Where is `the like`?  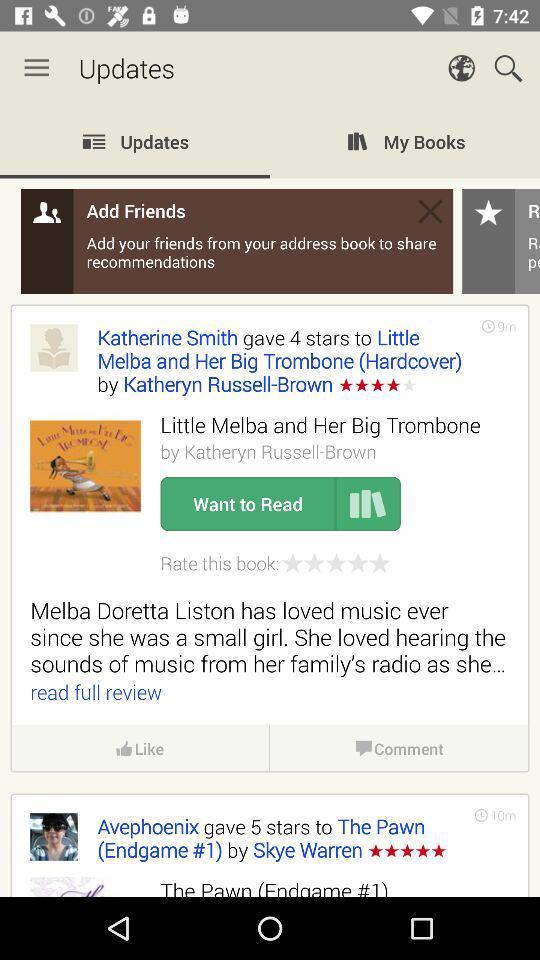
the like is located at coordinates (139, 747).